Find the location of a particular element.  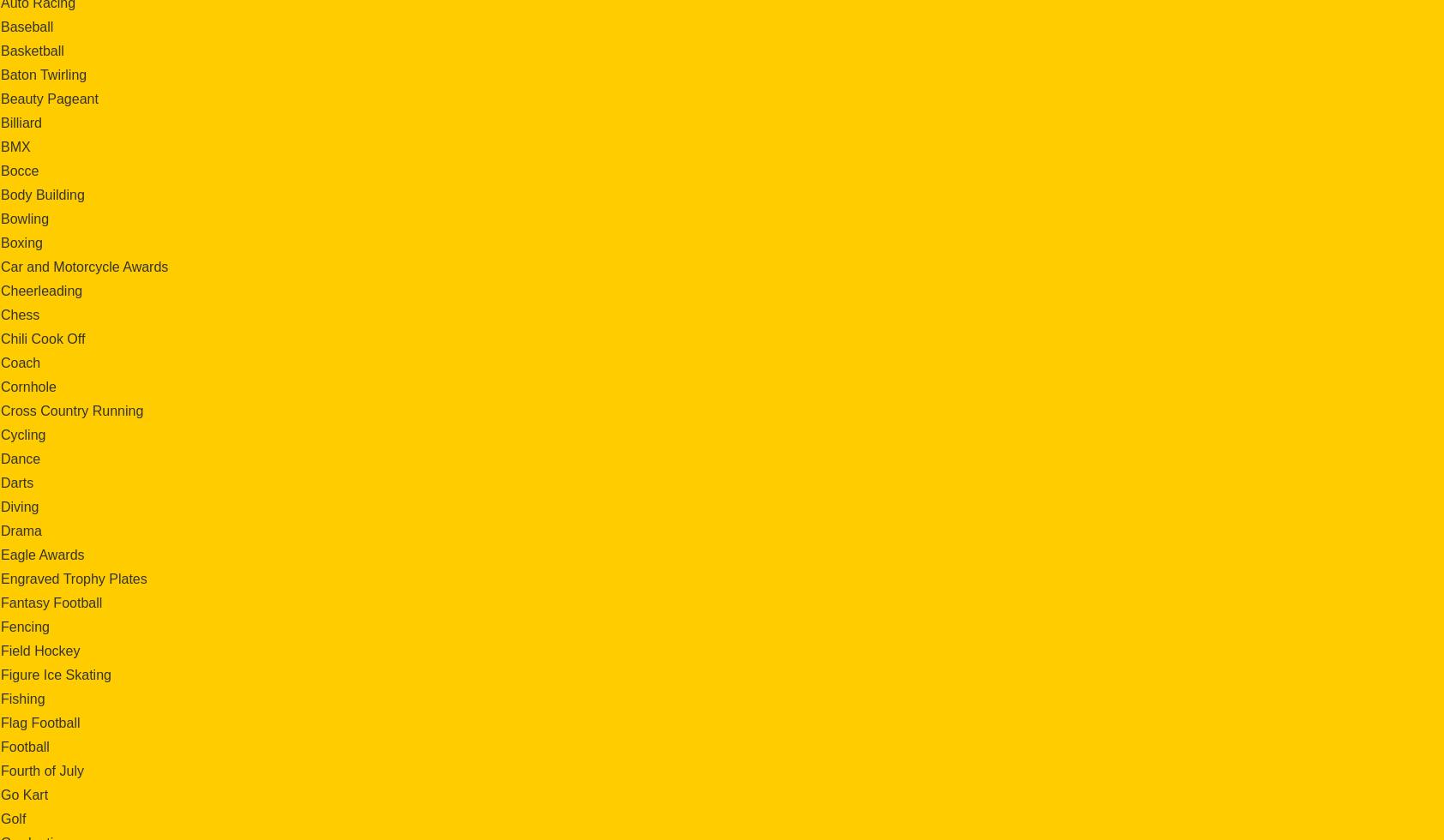

'Cross Country Running' is located at coordinates (71, 410).